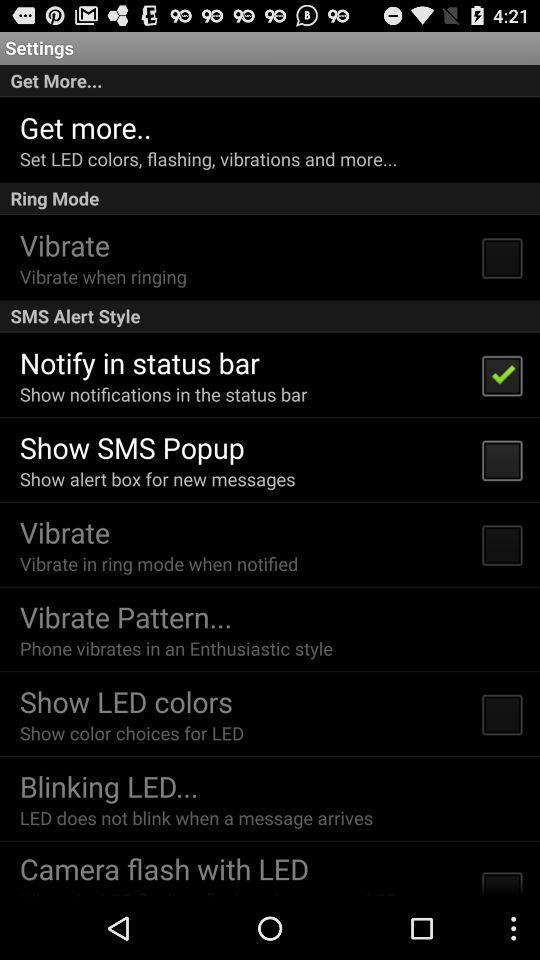 This screenshot has width=540, height=960. What do you see at coordinates (125, 615) in the screenshot?
I see `the icon above the phone vibrates in item` at bounding box center [125, 615].